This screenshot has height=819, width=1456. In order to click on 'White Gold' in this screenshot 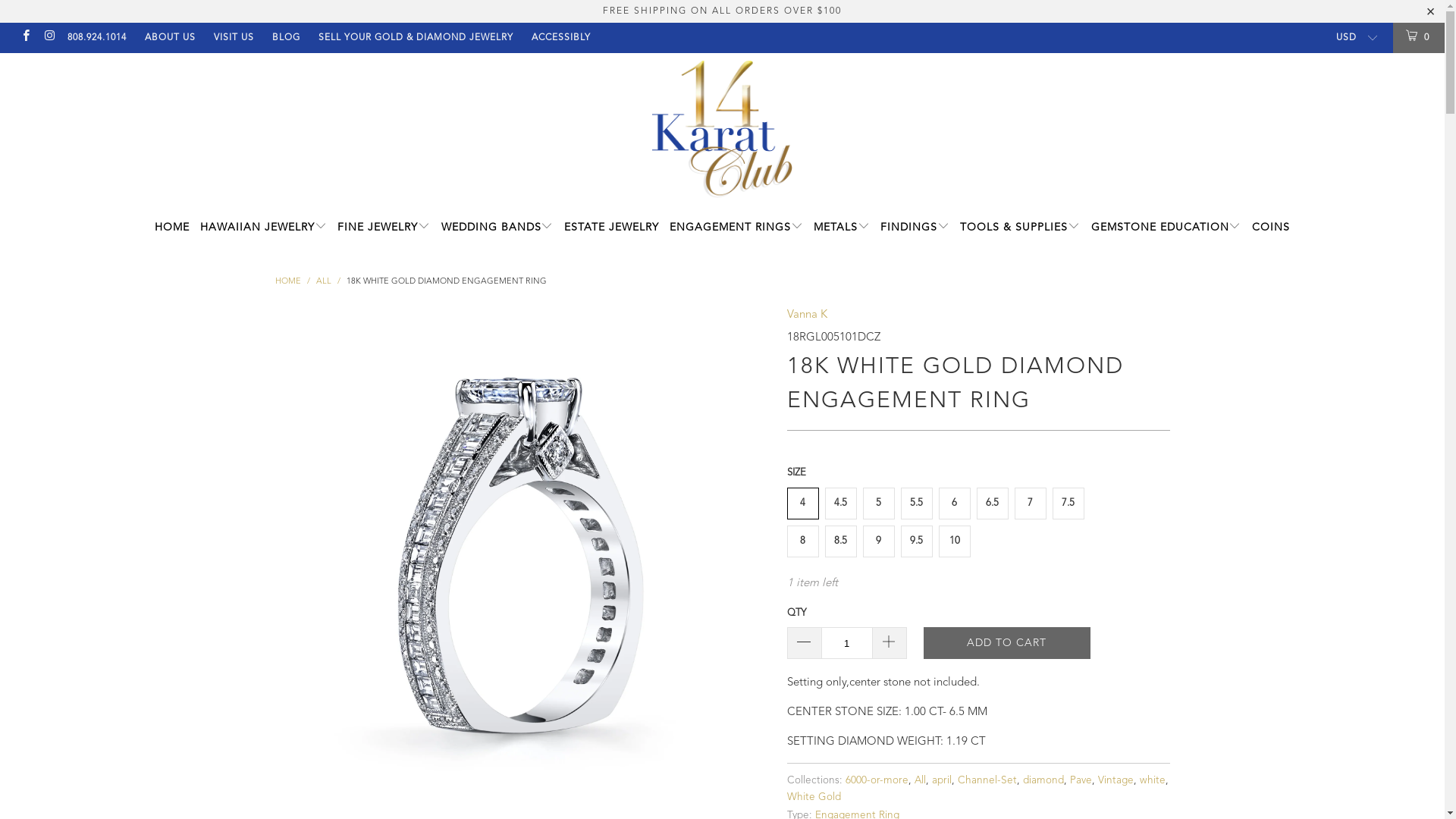, I will do `click(813, 796)`.